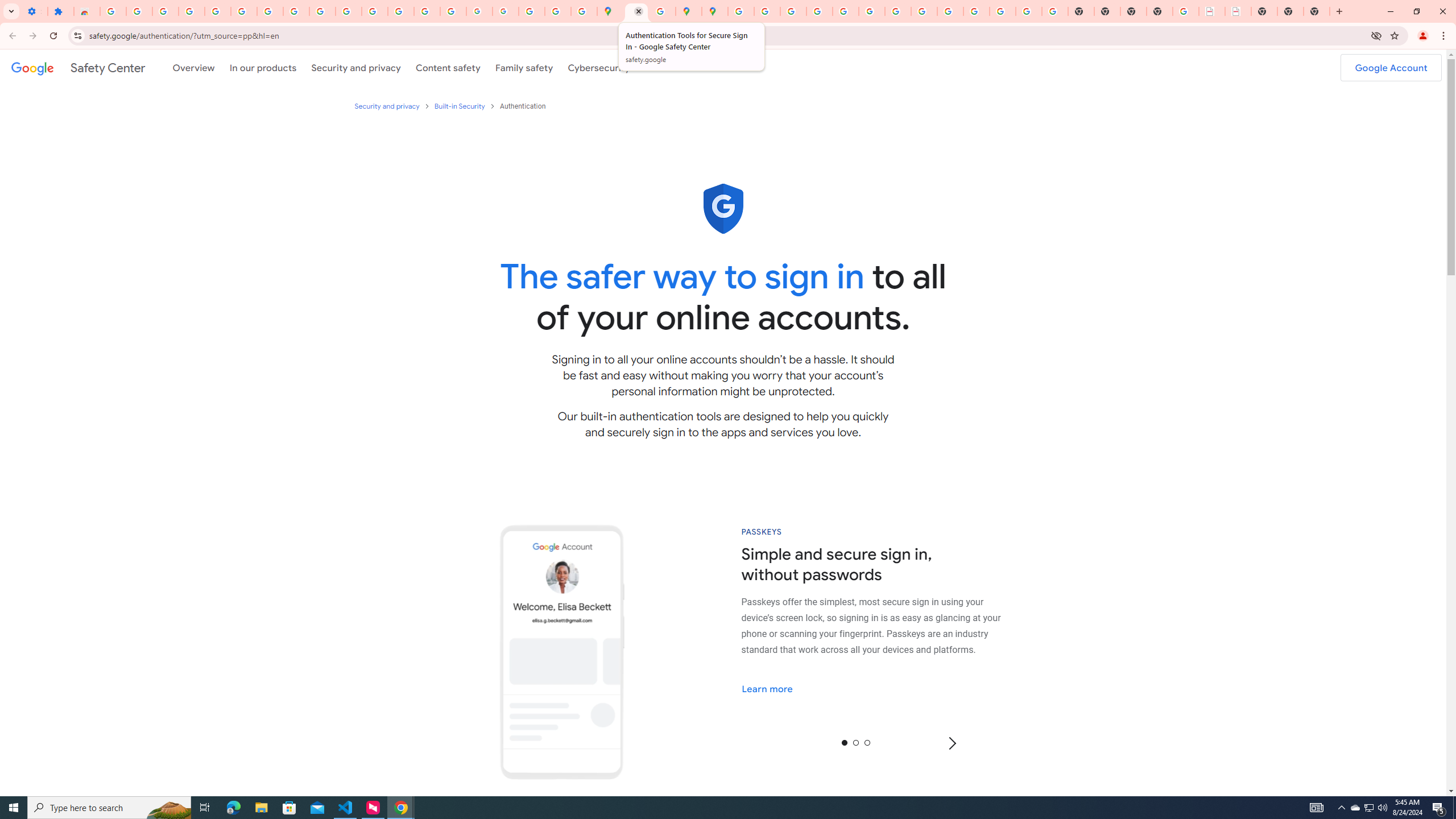 The image size is (1456, 819). I want to click on 'AutomationID: passkeys-module-1', so click(884, 625).